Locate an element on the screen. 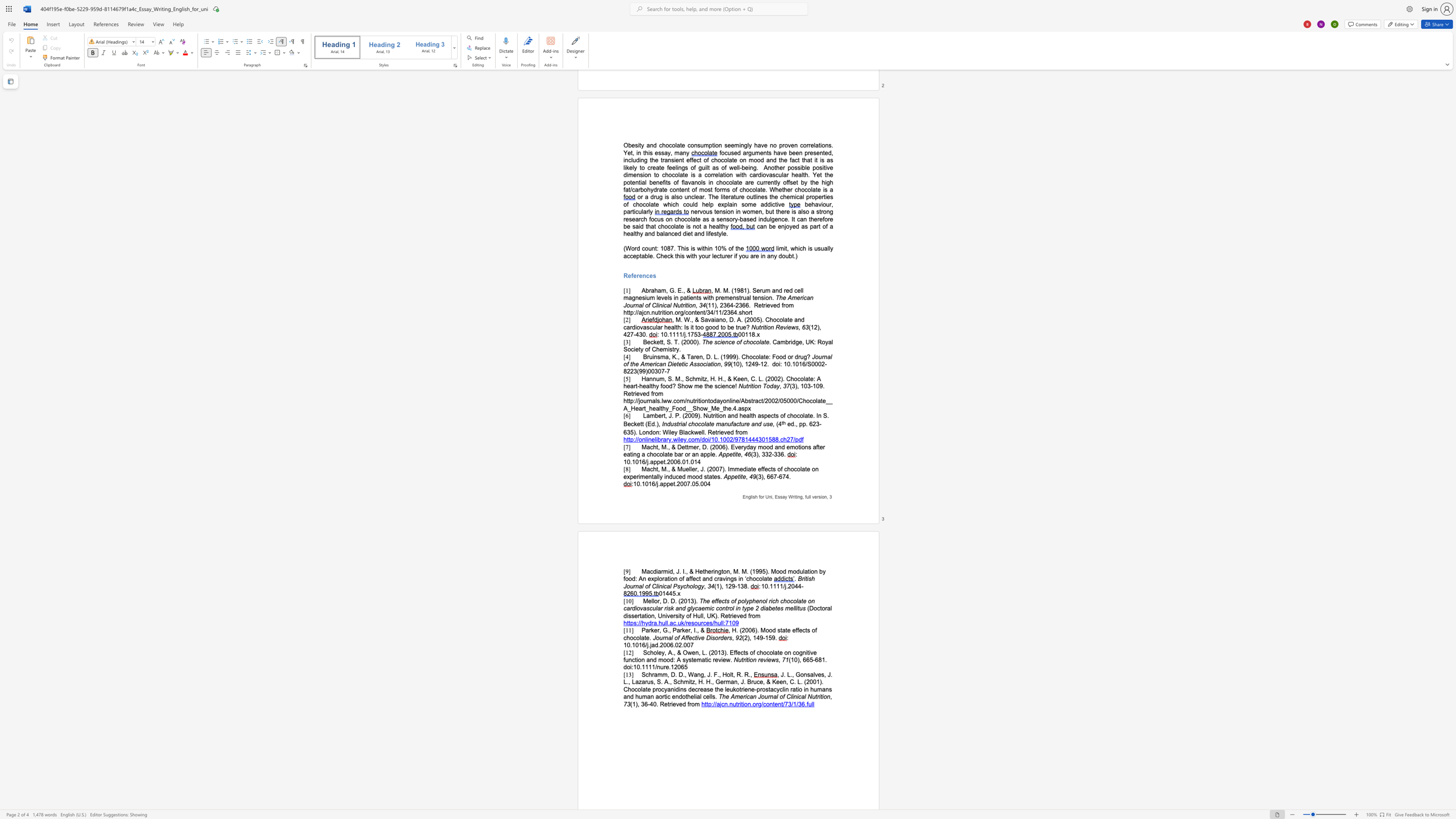 The height and width of the screenshot is (819, 1456). the subset text "ers" within the text "English for Uni, Essay Writing, full version," is located at coordinates (814, 496).